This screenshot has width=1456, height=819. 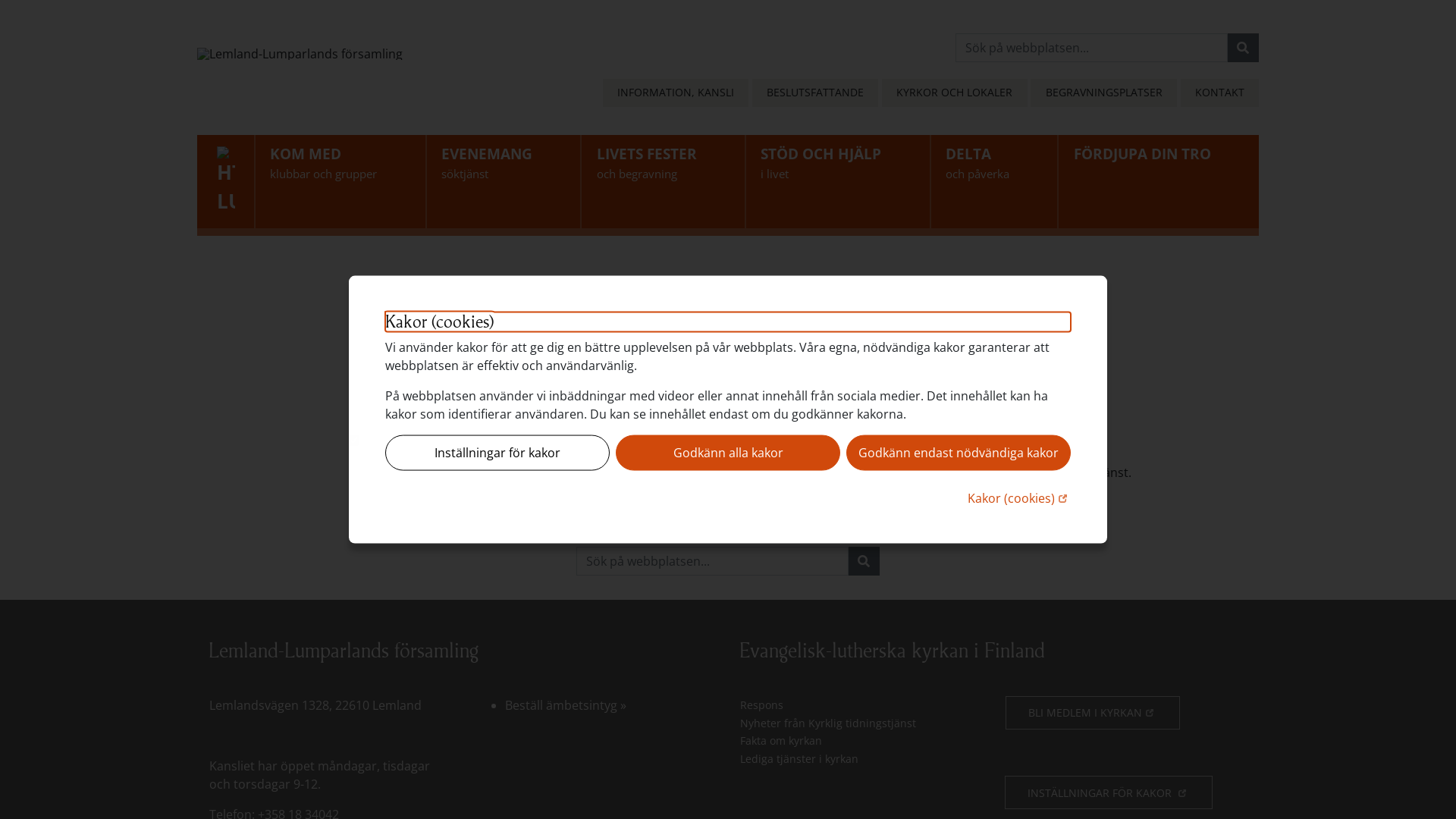 I want to click on 'KONTAKT', so click(x=1219, y=93).